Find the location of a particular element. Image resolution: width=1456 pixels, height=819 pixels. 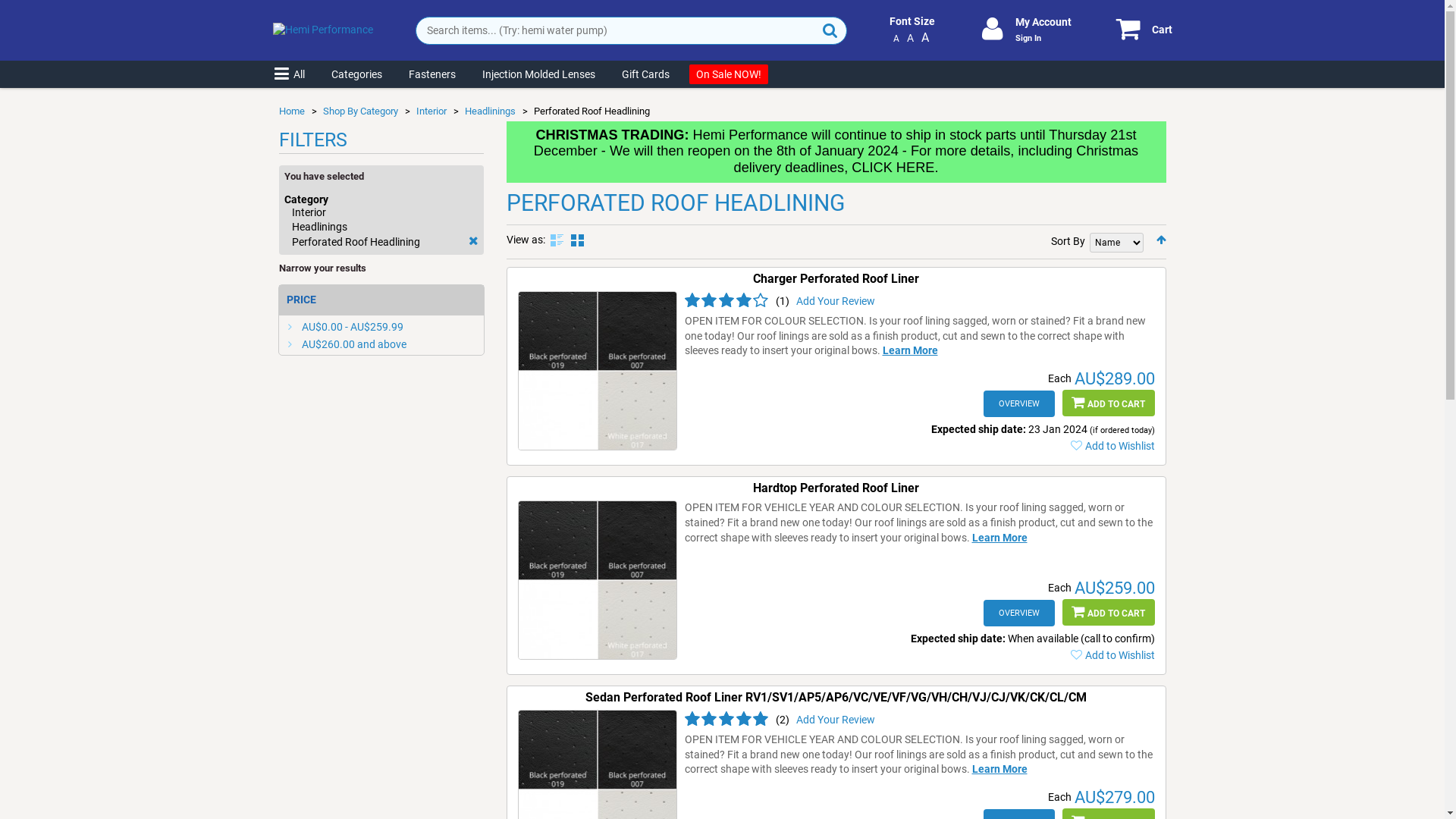

'Charger Perforated Roof Liner' is located at coordinates (835, 278).